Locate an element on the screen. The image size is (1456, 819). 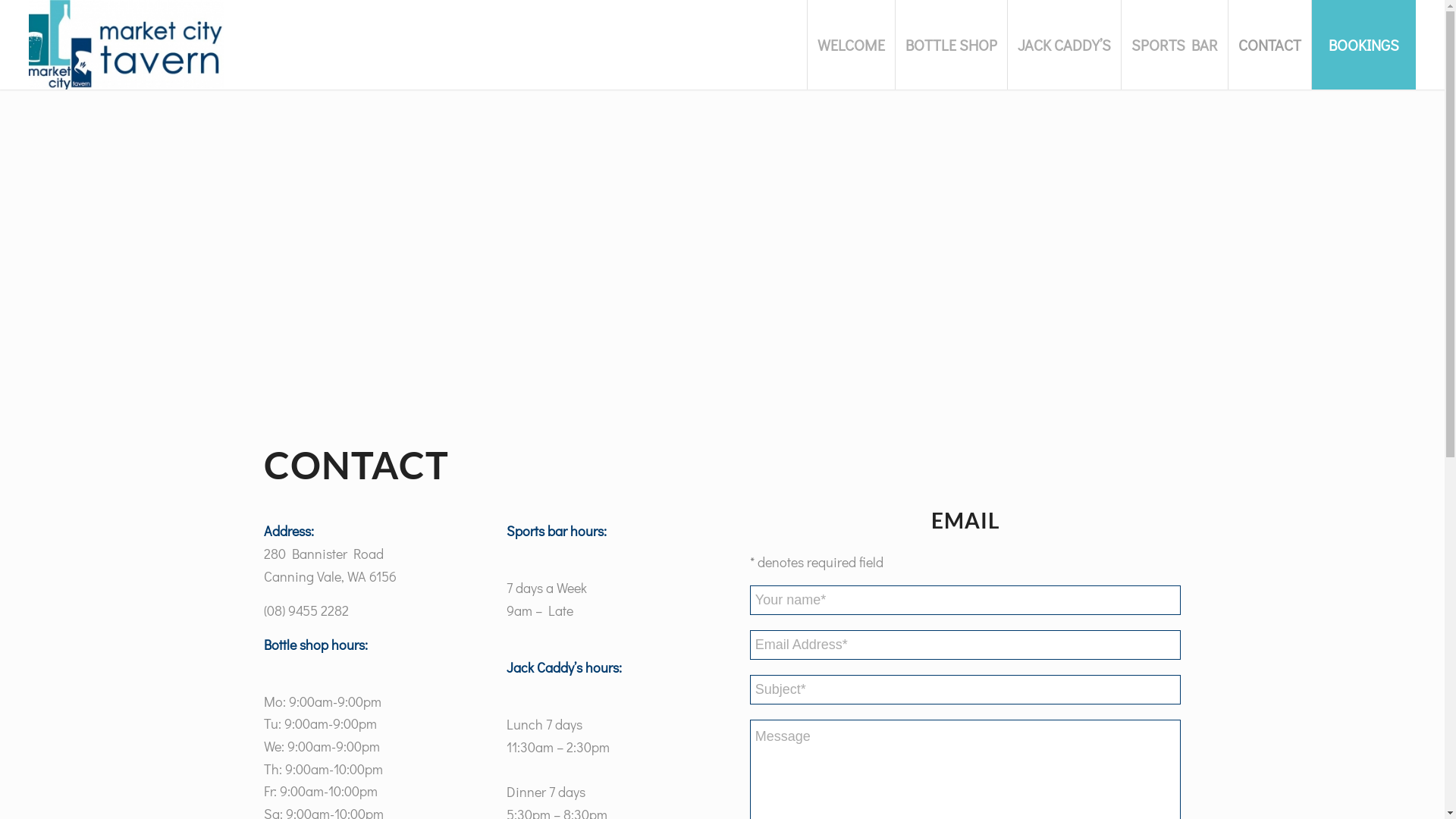
'SPORTS BAR' is located at coordinates (1173, 43).